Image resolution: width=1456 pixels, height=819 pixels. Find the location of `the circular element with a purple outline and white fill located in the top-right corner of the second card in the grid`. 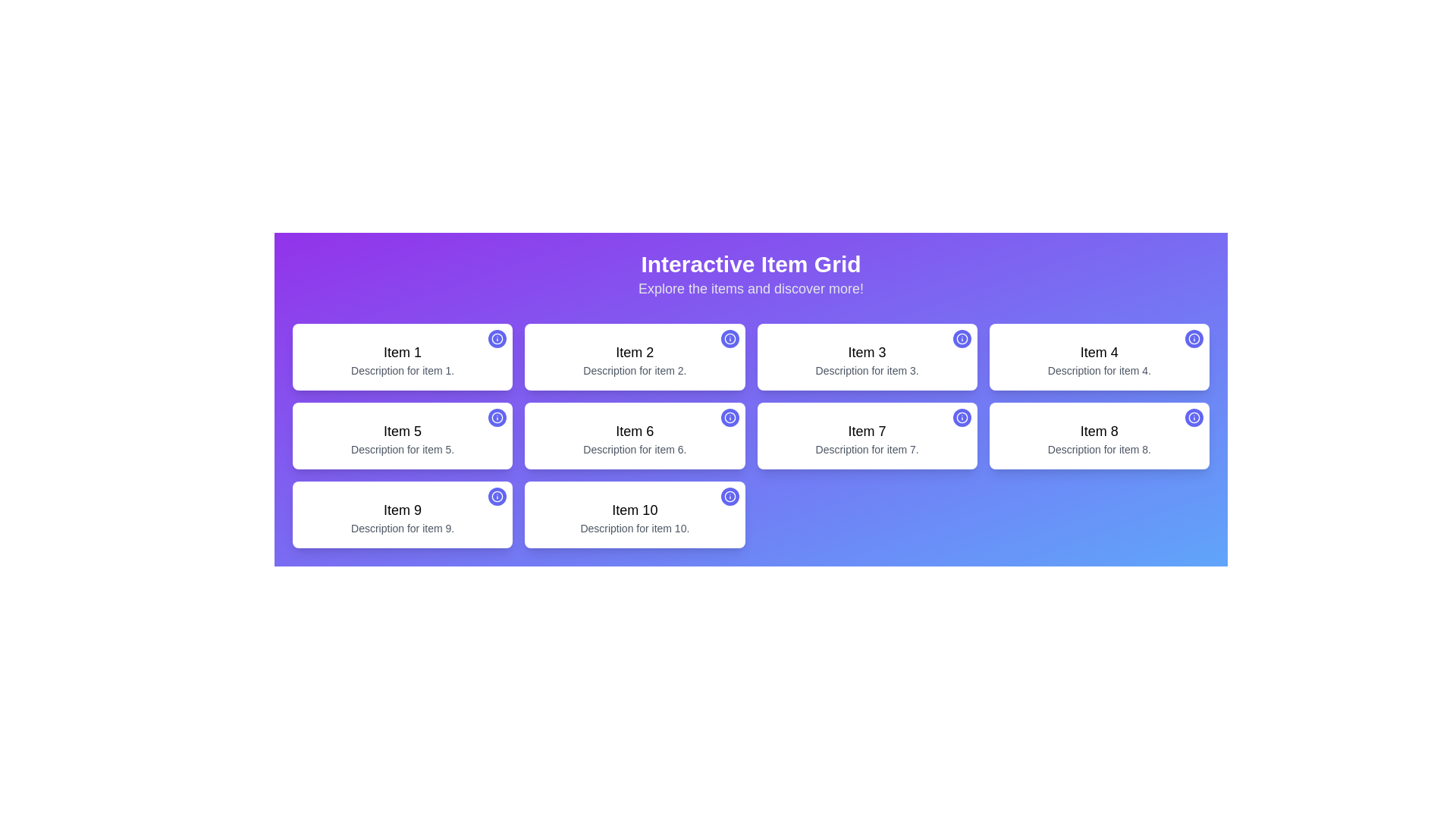

the circular element with a purple outline and white fill located in the top-right corner of the second card in the grid is located at coordinates (730, 338).